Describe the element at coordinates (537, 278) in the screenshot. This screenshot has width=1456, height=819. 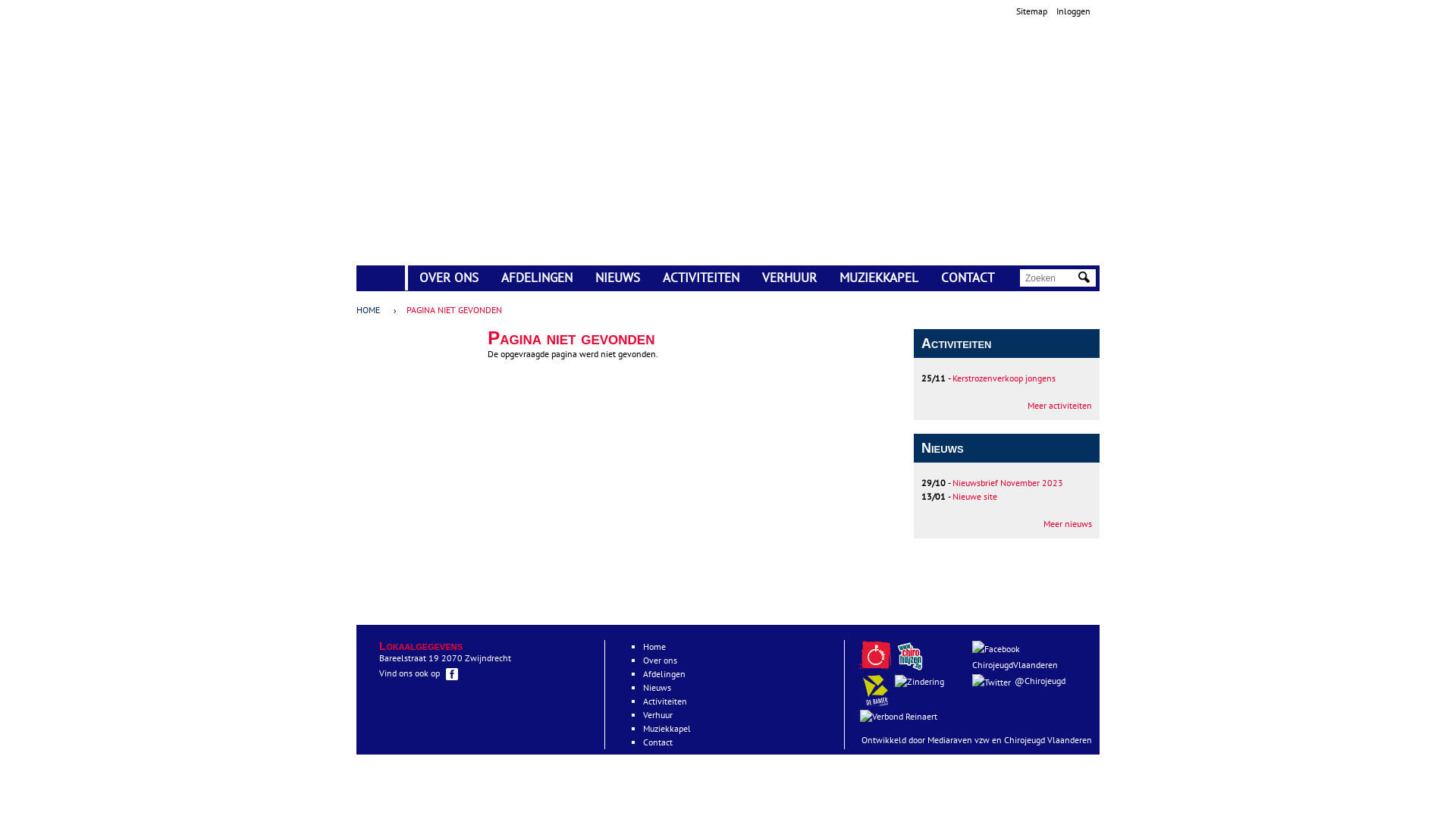
I see `'AFDELINGEN'` at that location.